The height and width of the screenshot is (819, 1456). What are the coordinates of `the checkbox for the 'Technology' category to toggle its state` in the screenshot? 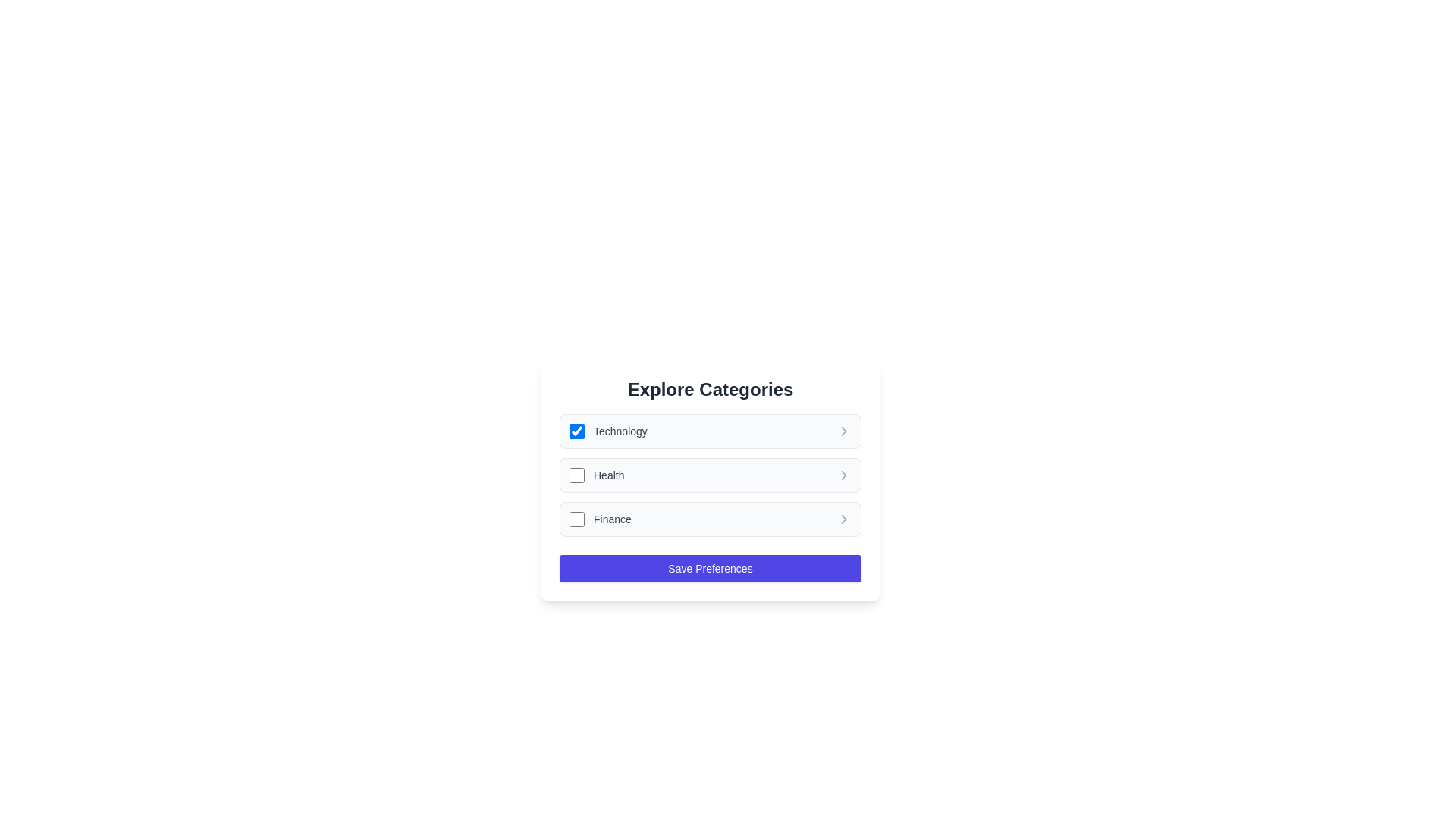 It's located at (576, 431).